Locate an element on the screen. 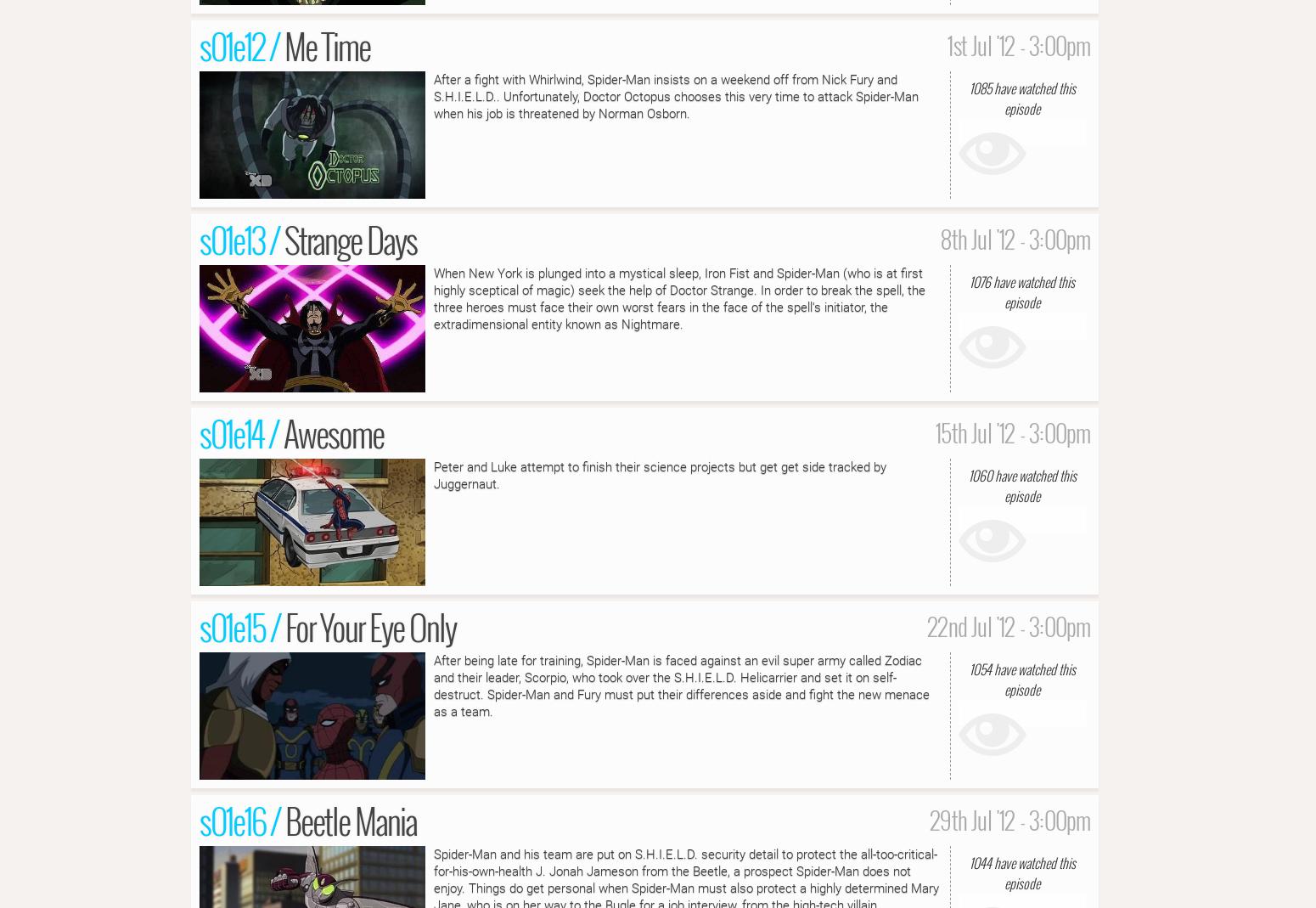 This screenshot has height=908, width=1316. 'Peter and Luke attempt to finish their science projects but get get side tracked by Juggernaut.' is located at coordinates (659, 474).